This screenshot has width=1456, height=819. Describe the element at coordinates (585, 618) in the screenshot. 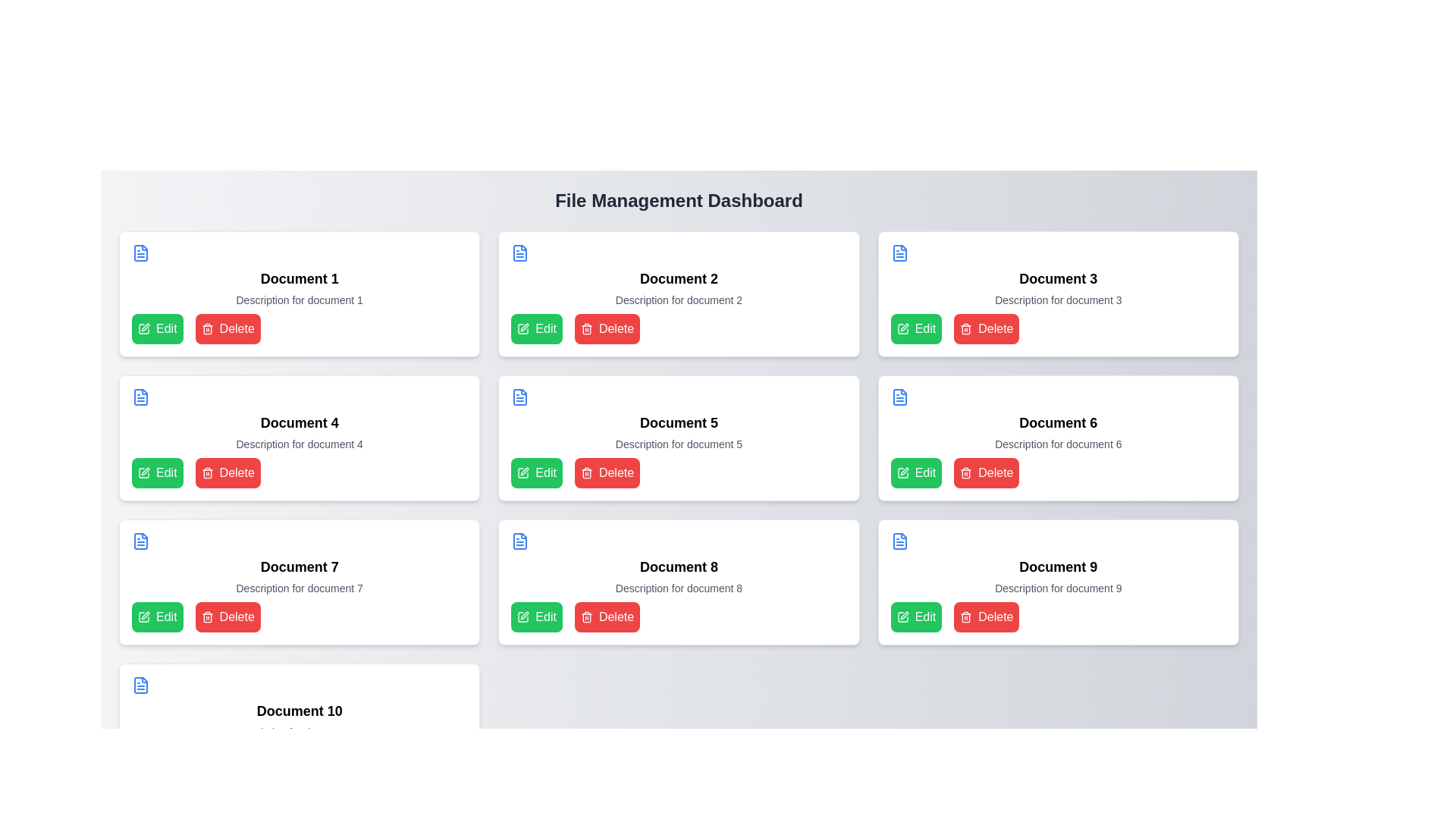

I see `the trash bin icon within the Delete button of the card for 'Document 8' in the grid of document cards` at that location.